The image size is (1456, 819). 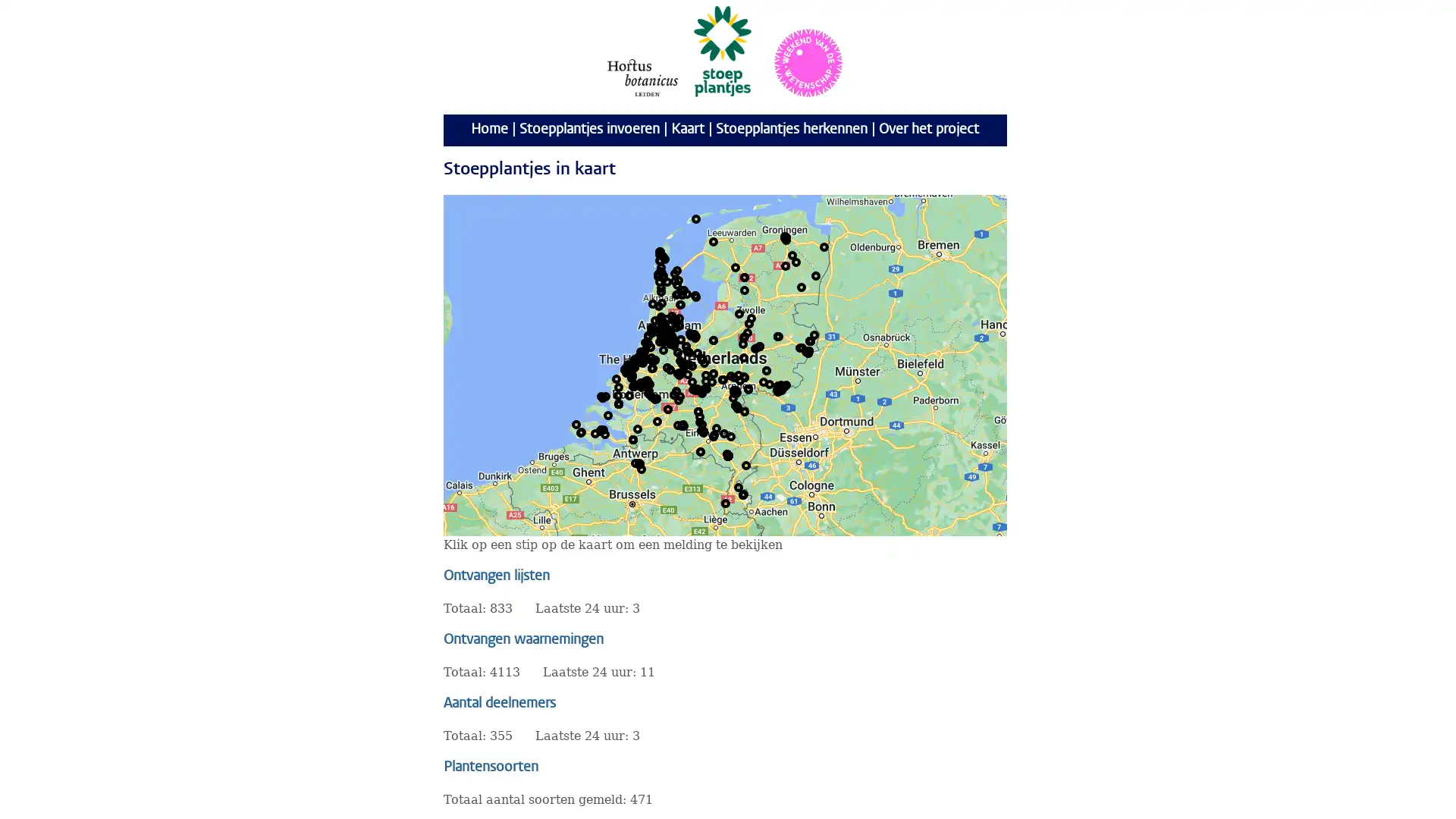 I want to click on Telling van Scouting Titus Brandsma op 04 oktober 2021, so click(x=810, y=339).